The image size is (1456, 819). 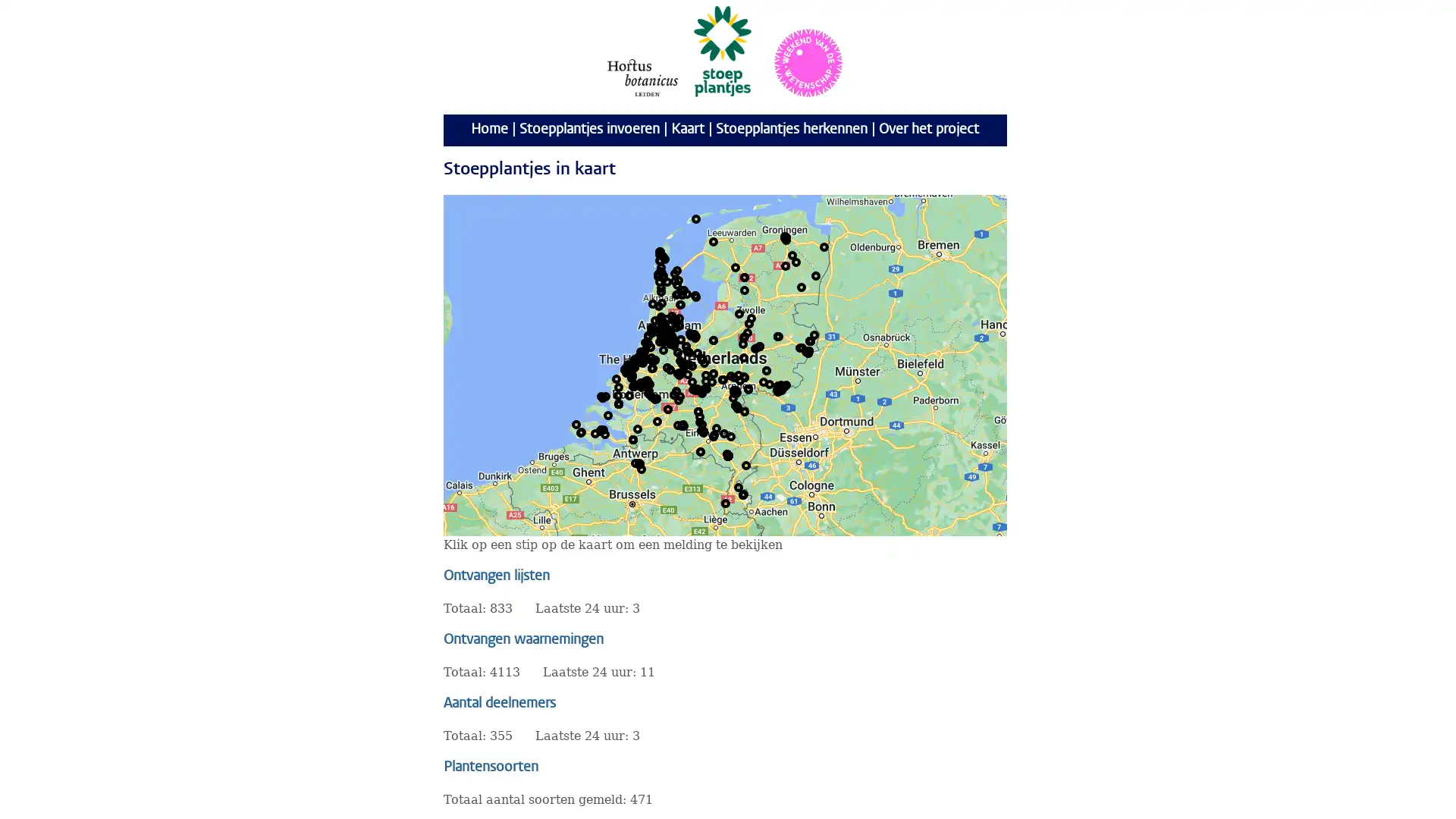 I want to click on Telling van Scouting Titus Brandsma op 04 oktober 2021, so click(x=810, y=339).